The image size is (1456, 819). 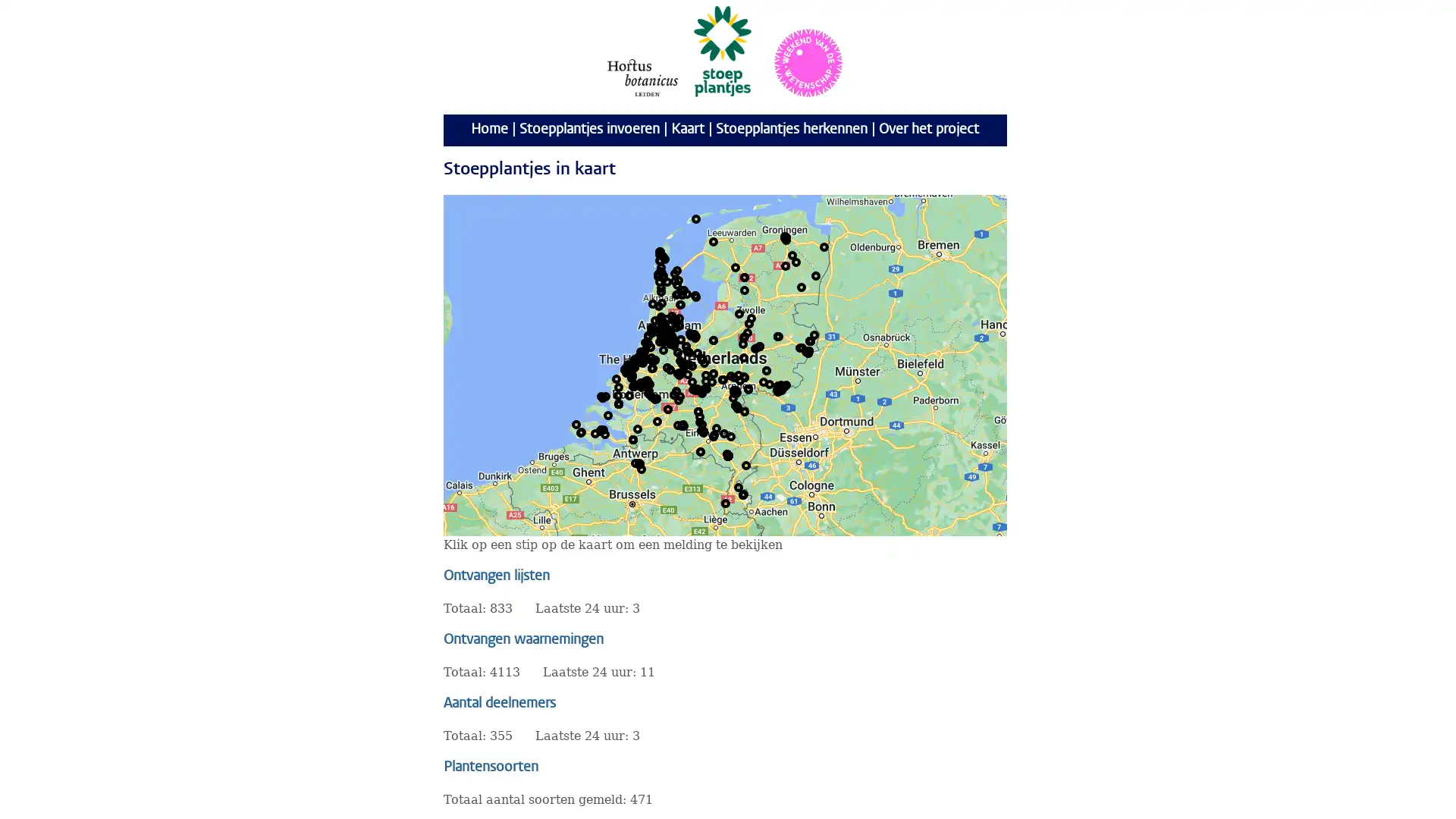 I want to click on Telling van Scouting Titus Brandsma op 04 oktober 2021, so click(x=810, y=339).